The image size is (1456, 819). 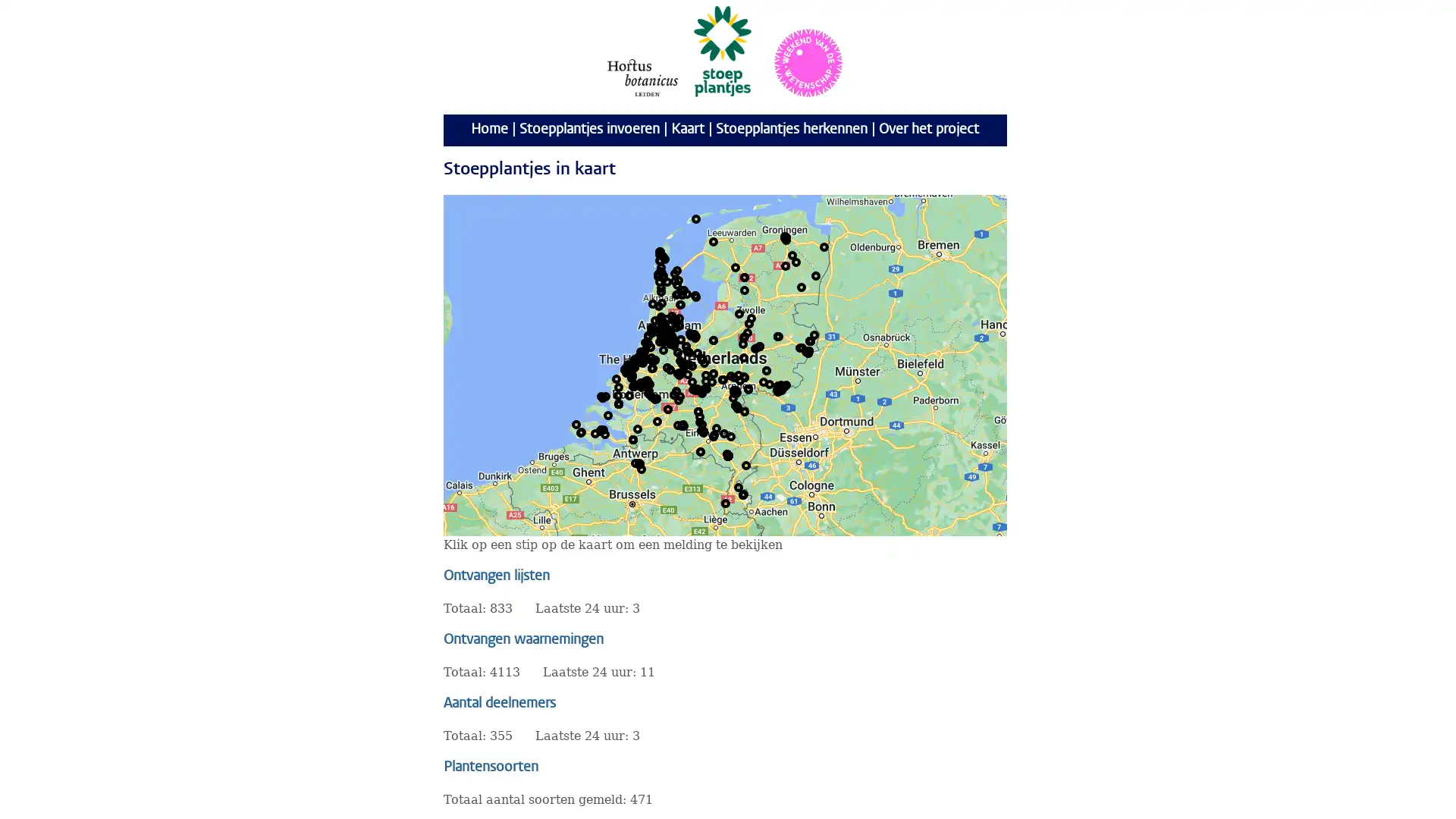 I want to click on Telling van Scouting Titus Brandsma op 04 oktober 2021, so click(x=810, y=339).